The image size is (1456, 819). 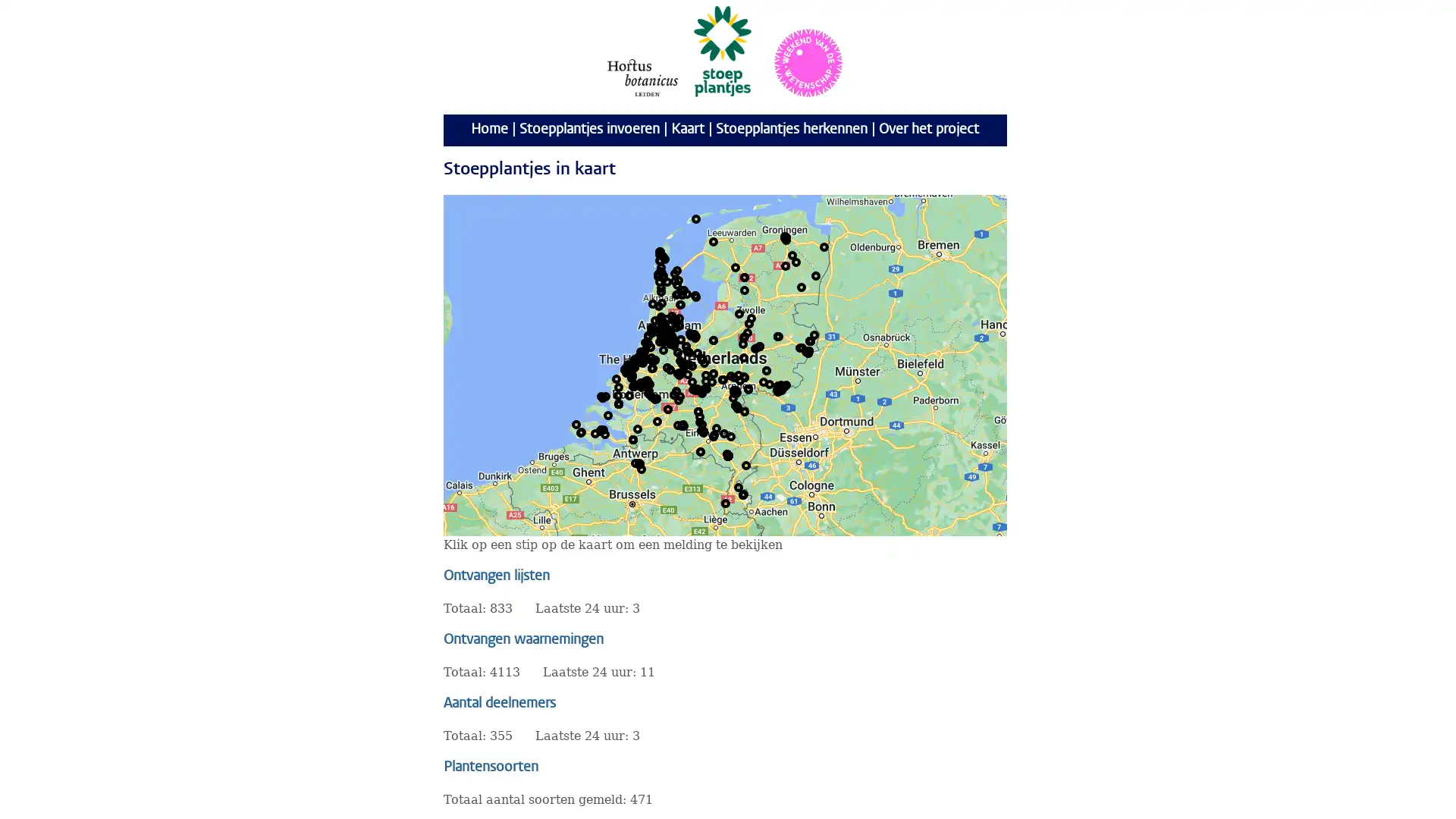 I want to click on Telling van Scouting Titus Brandsma op 04 oktober 2021, so click(x=810, y=339).